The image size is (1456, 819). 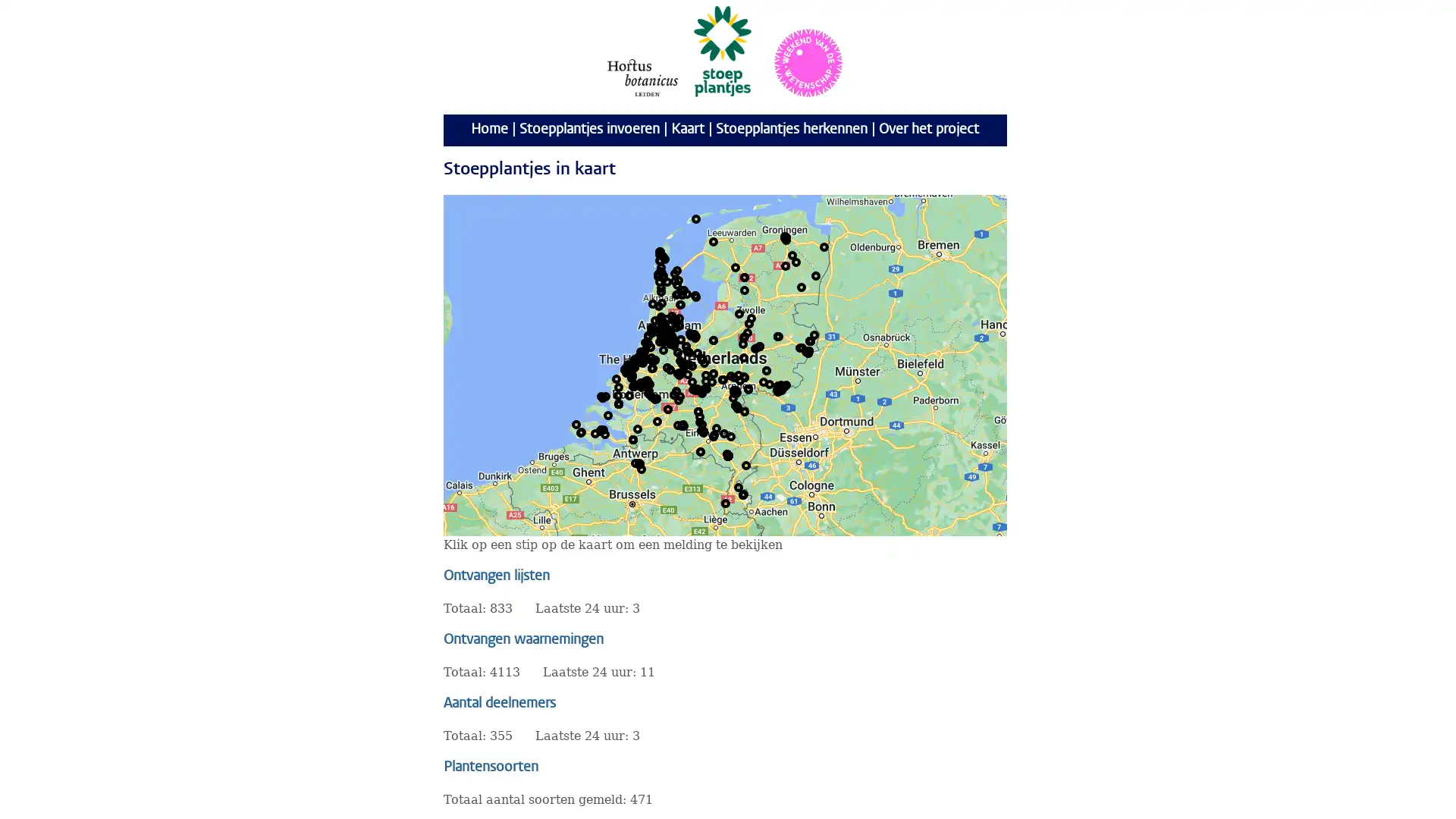 I want to click on Telling van Scouting Titus Brandsma op 04 oktober 2021, so click(x=810, y=339).